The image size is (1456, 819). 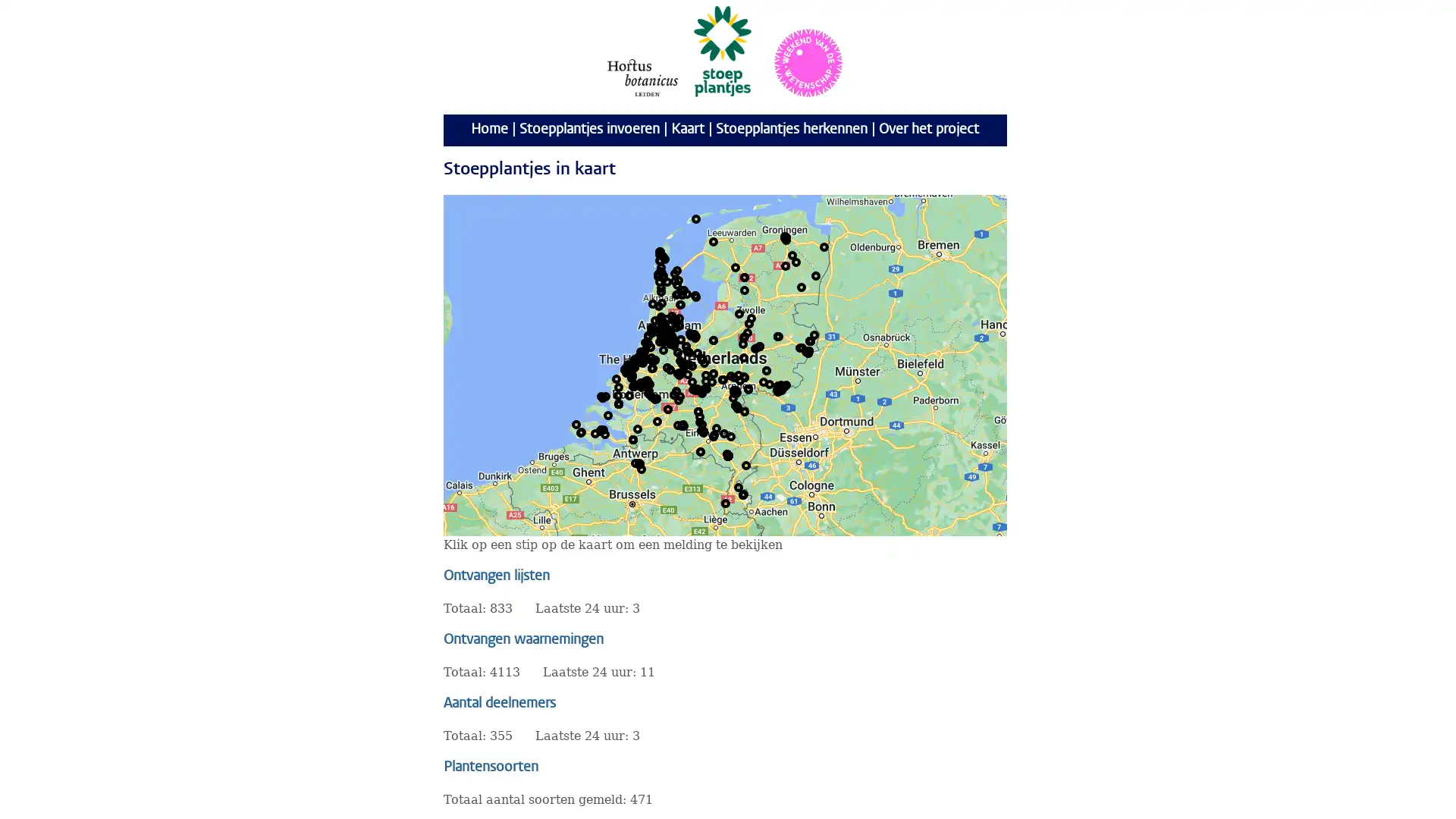 I want to click on Telling van Scouting Titus Brandsma op 04 oktober 2021, so click(x=810, y=339).